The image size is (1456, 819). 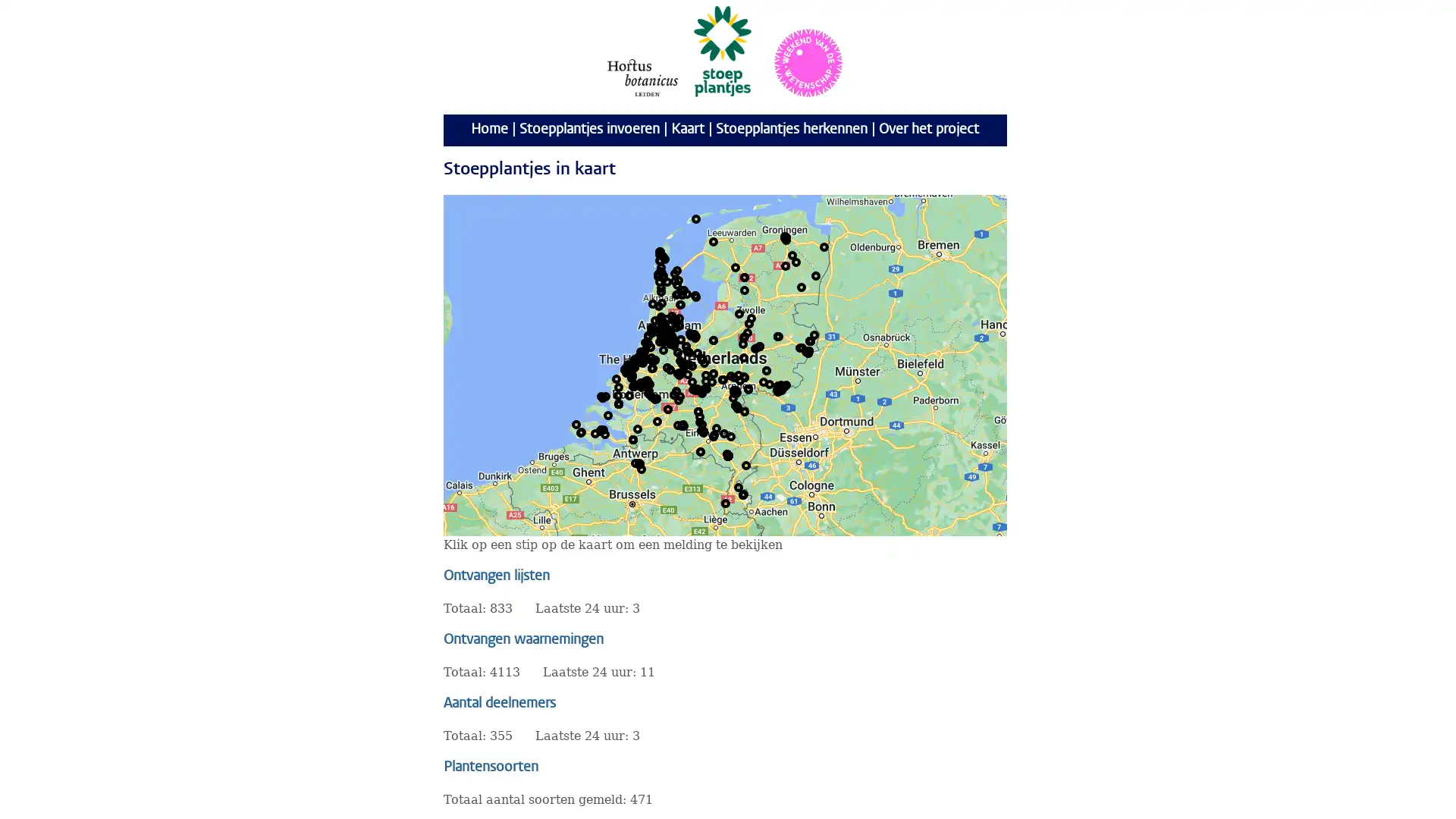 I want to click on Telling van Scouting Titus Brandsma op 04 oktober 2021, so click(x=810, y=339).